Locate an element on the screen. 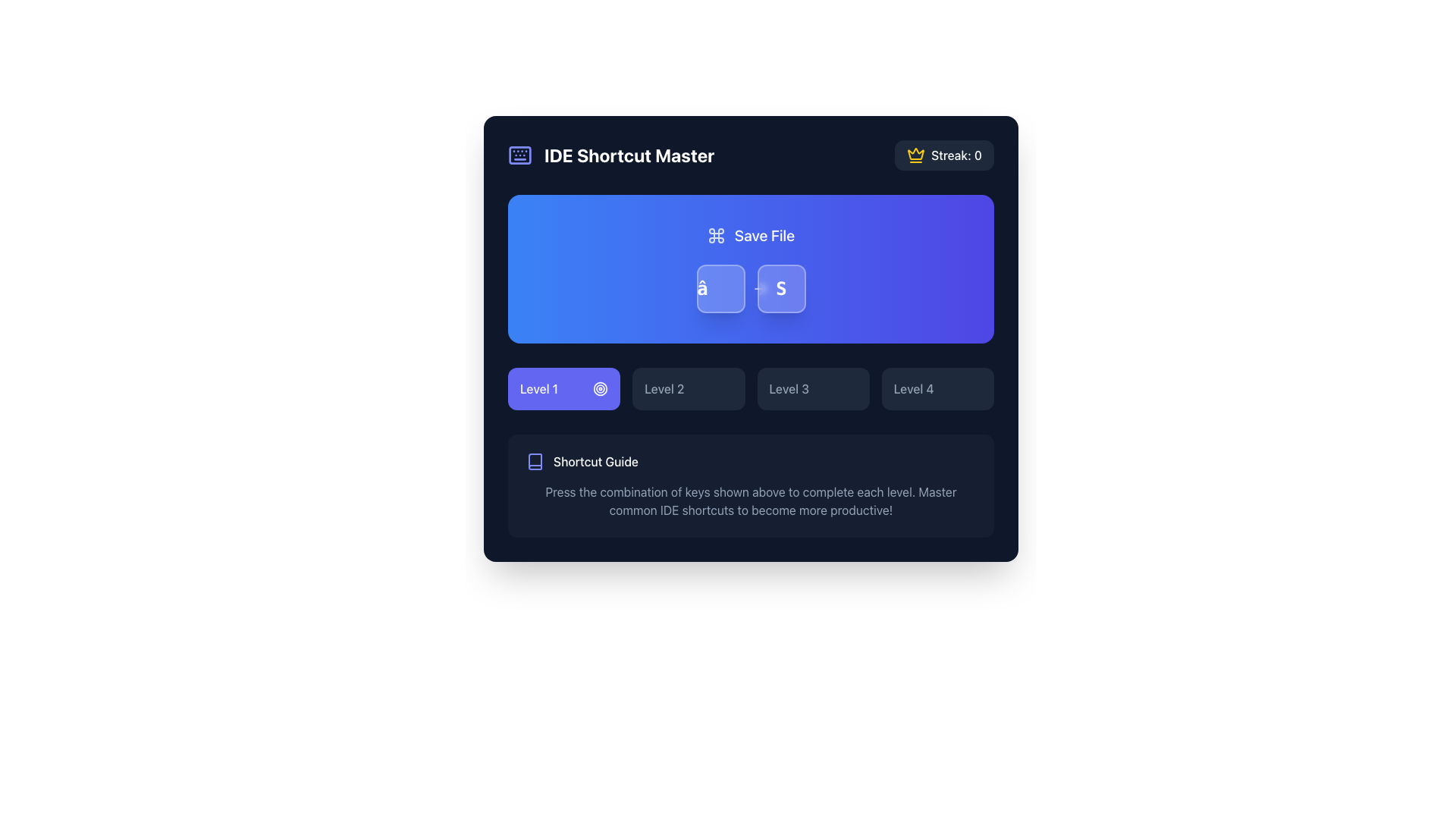 The height and width of the screenshot is (819, 1456). the SVG rectangle that visually represents the keyboard's outline in the graphical keyboard icon located at the top-left corner of the interface is located at coordinates (520, 155).